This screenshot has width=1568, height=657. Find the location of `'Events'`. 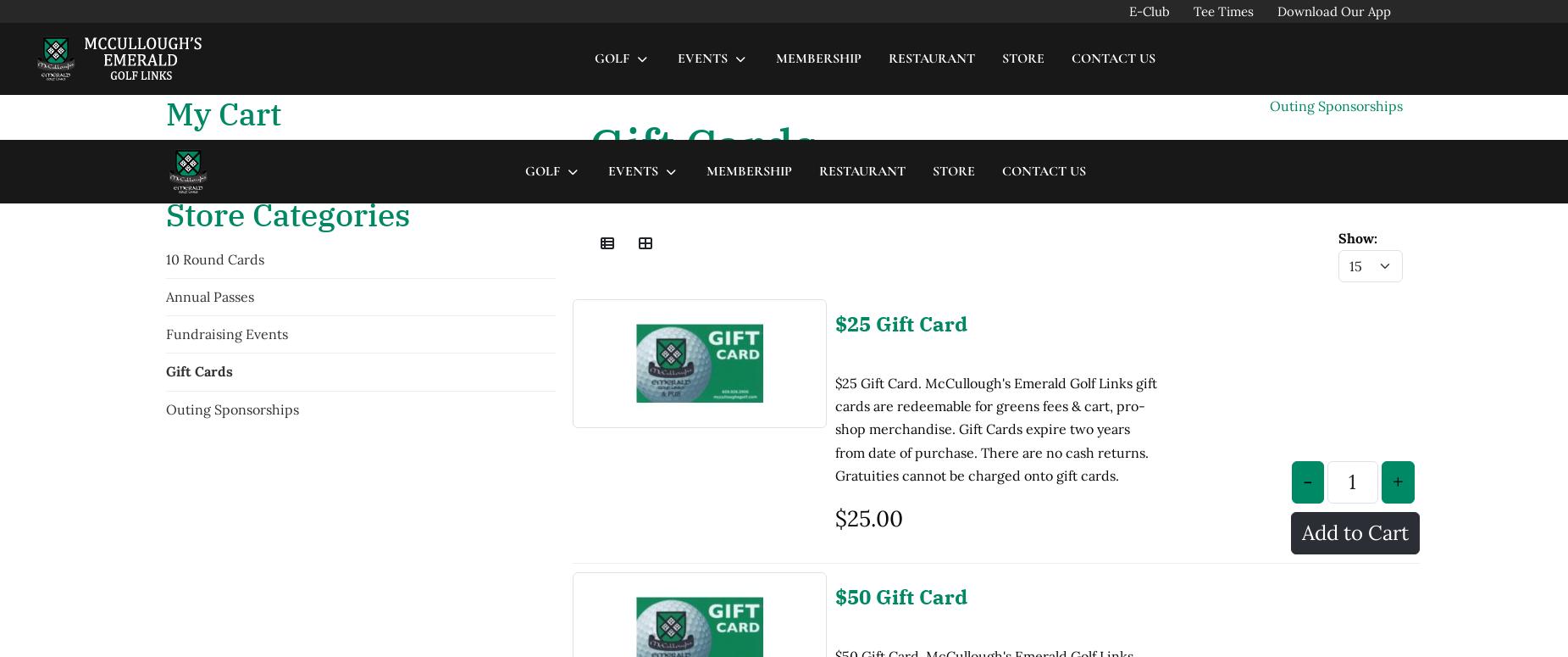

'Events' is located at coordinates (632, 31).